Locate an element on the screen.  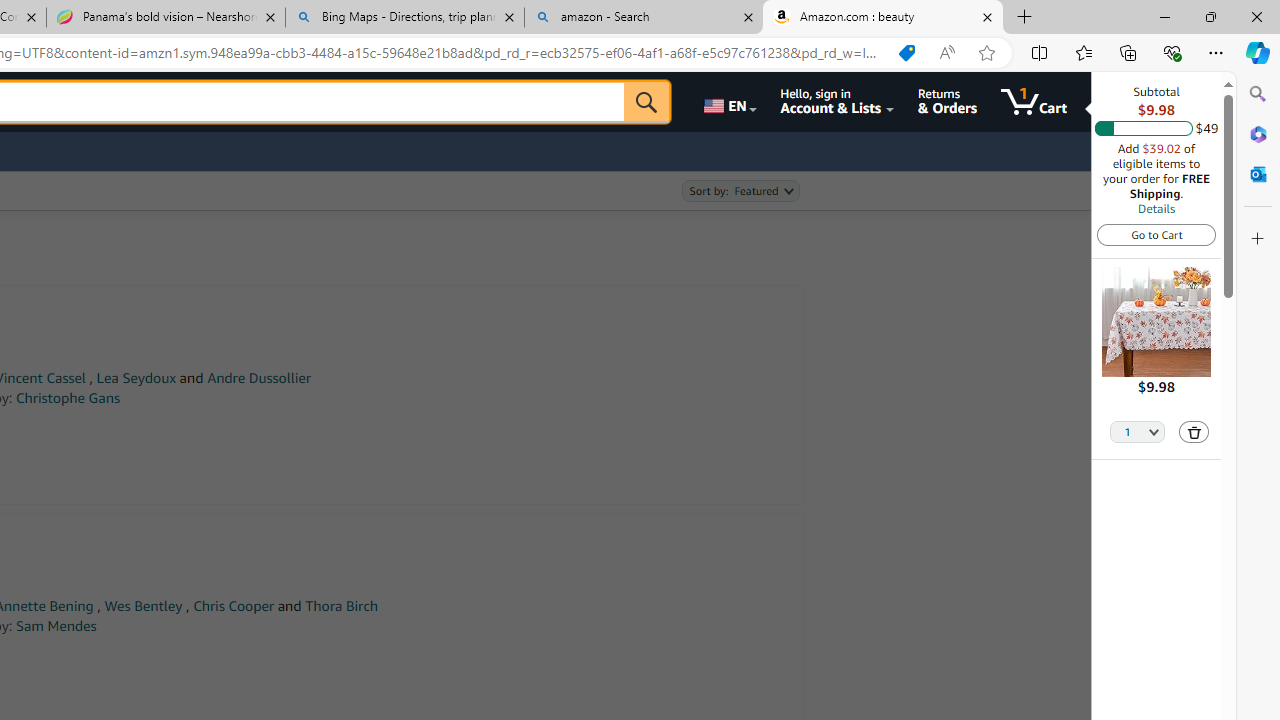
'Thora Birch' is located at coordinates (341, 605).